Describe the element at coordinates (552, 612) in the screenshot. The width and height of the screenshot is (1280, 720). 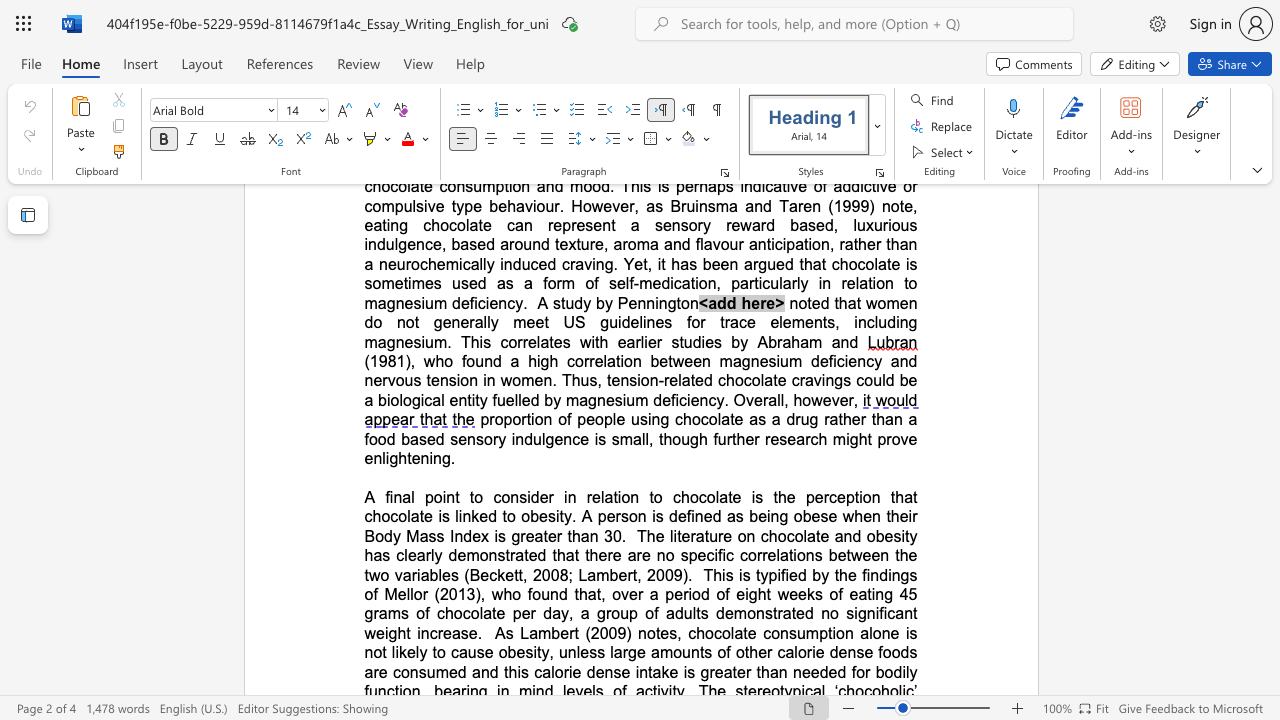
I see `the subset text "ay, a group of a" within the text "This is typified by the findings of Mellor (2013), who found that, over a period of eight weeks of eating 45 grams of chocolate per day, a group of adults"` at that location.